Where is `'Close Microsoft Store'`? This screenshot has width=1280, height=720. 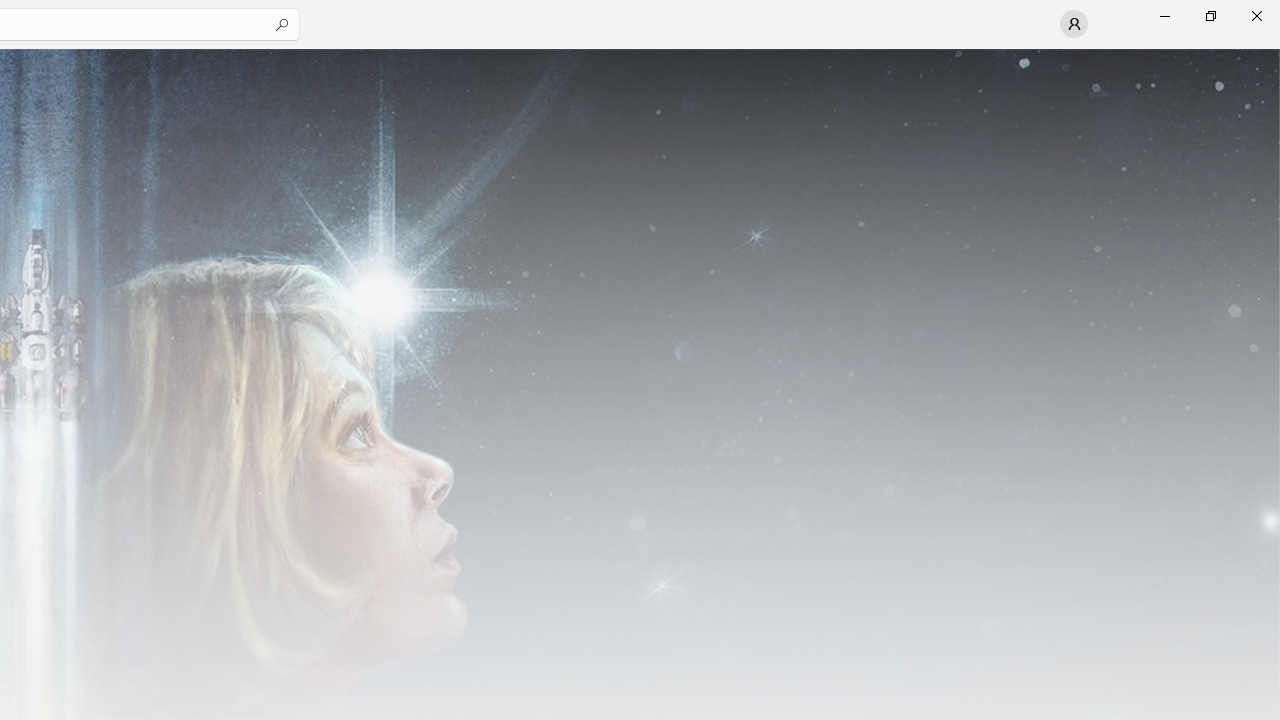
'Close Microsoft Store' is located at coordinates (1255, 15).